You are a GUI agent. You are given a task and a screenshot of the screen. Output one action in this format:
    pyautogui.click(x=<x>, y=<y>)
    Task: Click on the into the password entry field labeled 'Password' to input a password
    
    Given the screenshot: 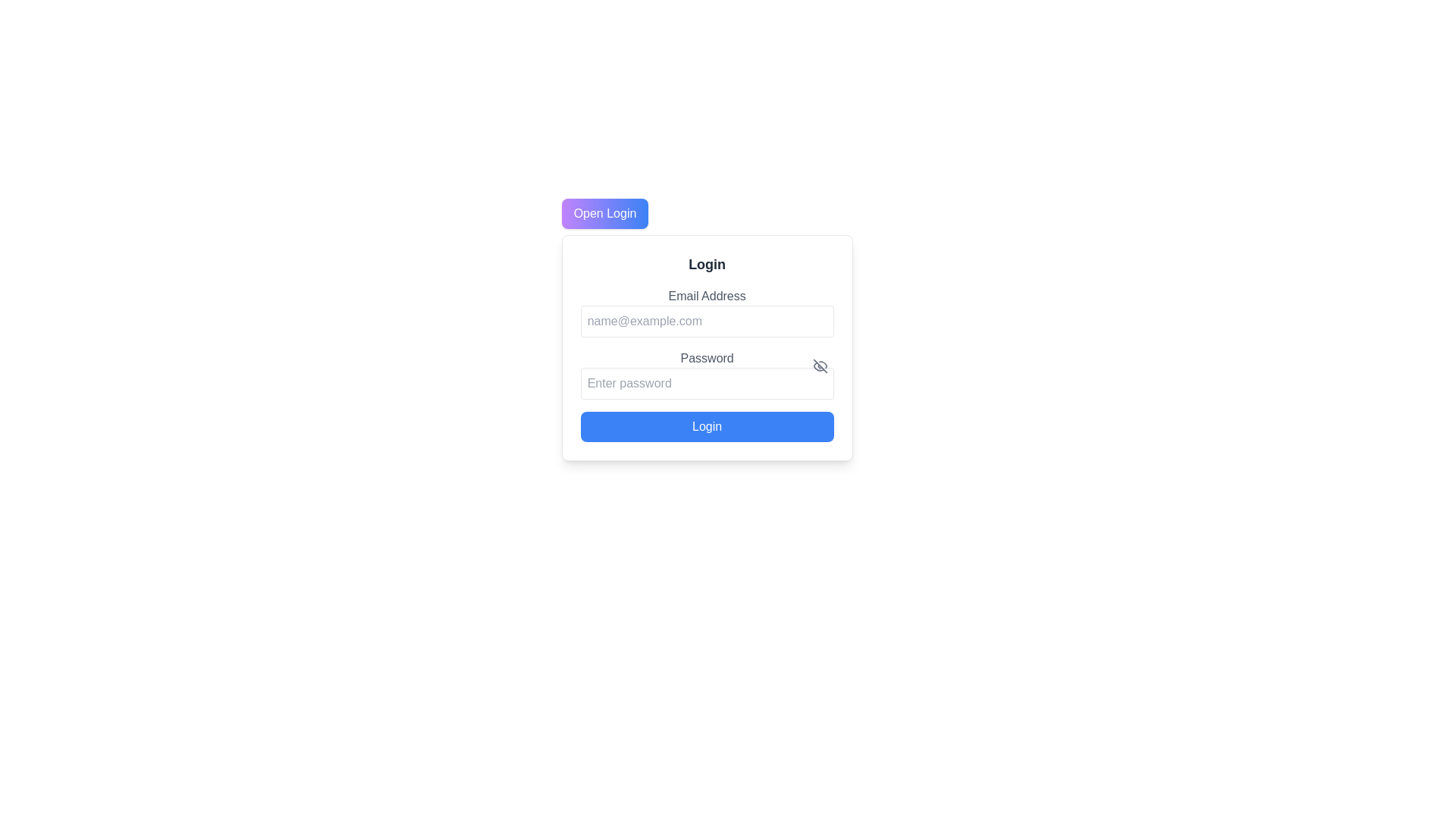 What is the action you would take?
    pyautogui.click(x=706, y=374)
    